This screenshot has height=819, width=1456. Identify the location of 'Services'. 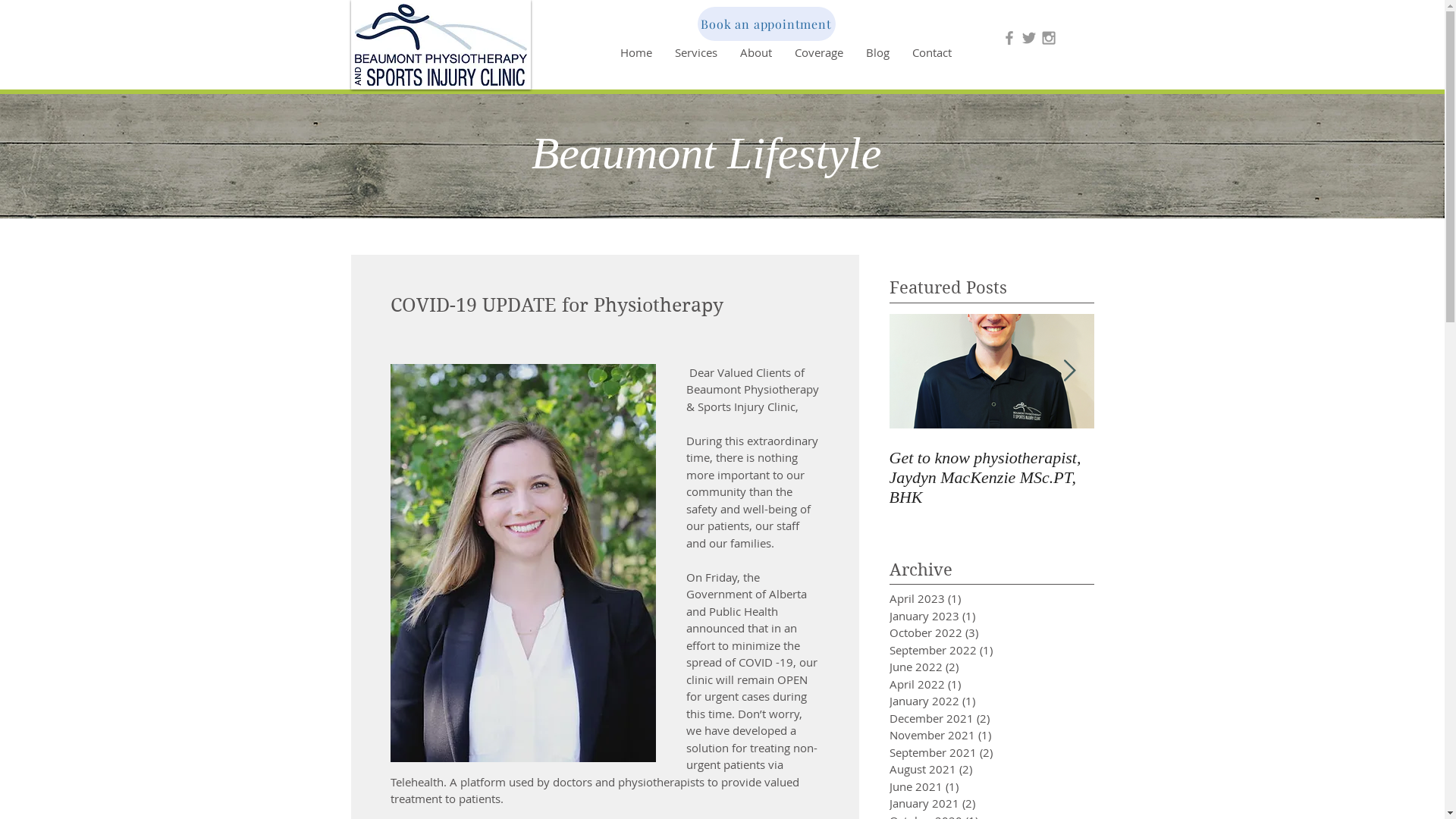
(694, 52).